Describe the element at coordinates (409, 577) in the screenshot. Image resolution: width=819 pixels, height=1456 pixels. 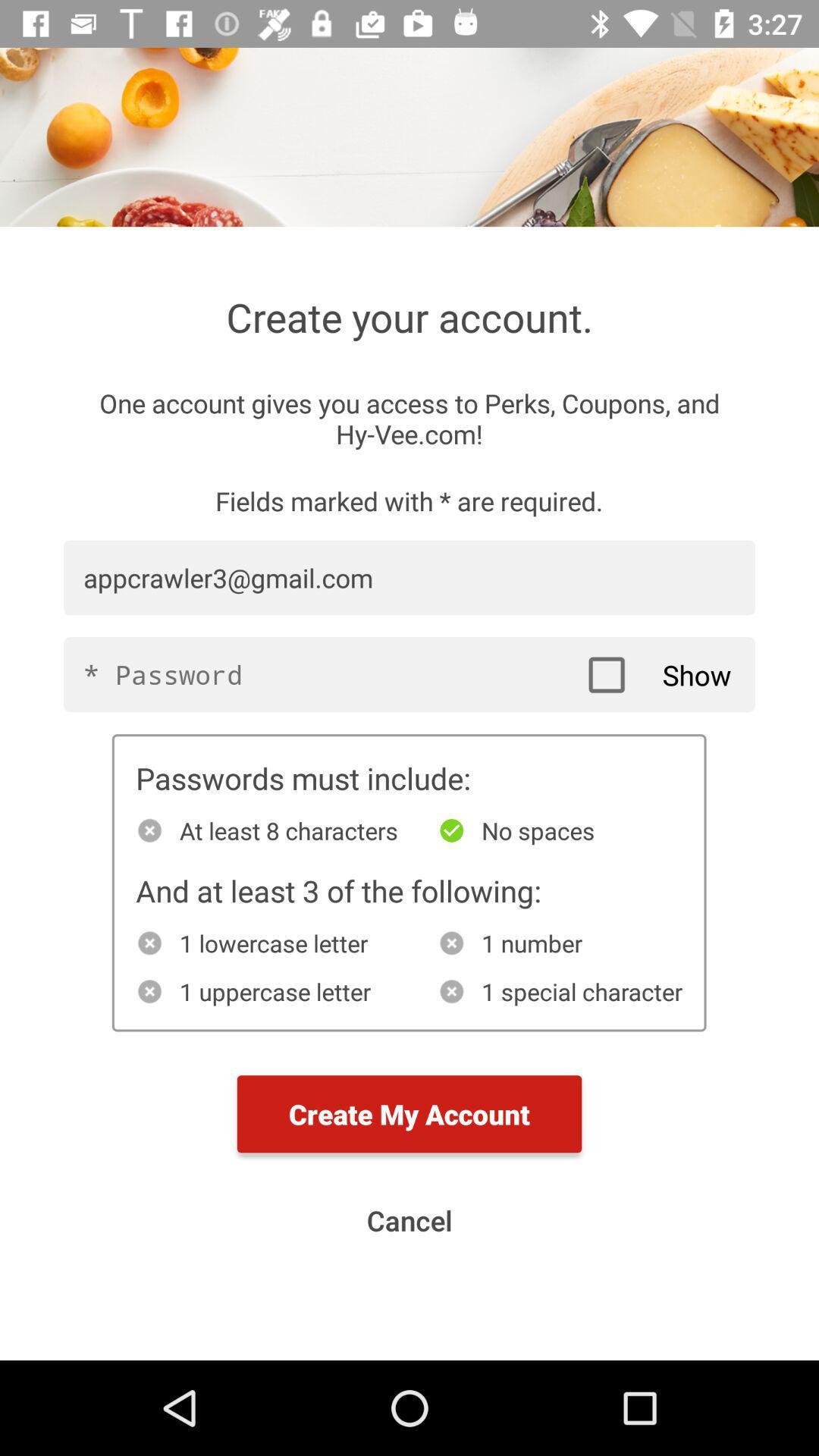
I see `gmail text field` at that location.